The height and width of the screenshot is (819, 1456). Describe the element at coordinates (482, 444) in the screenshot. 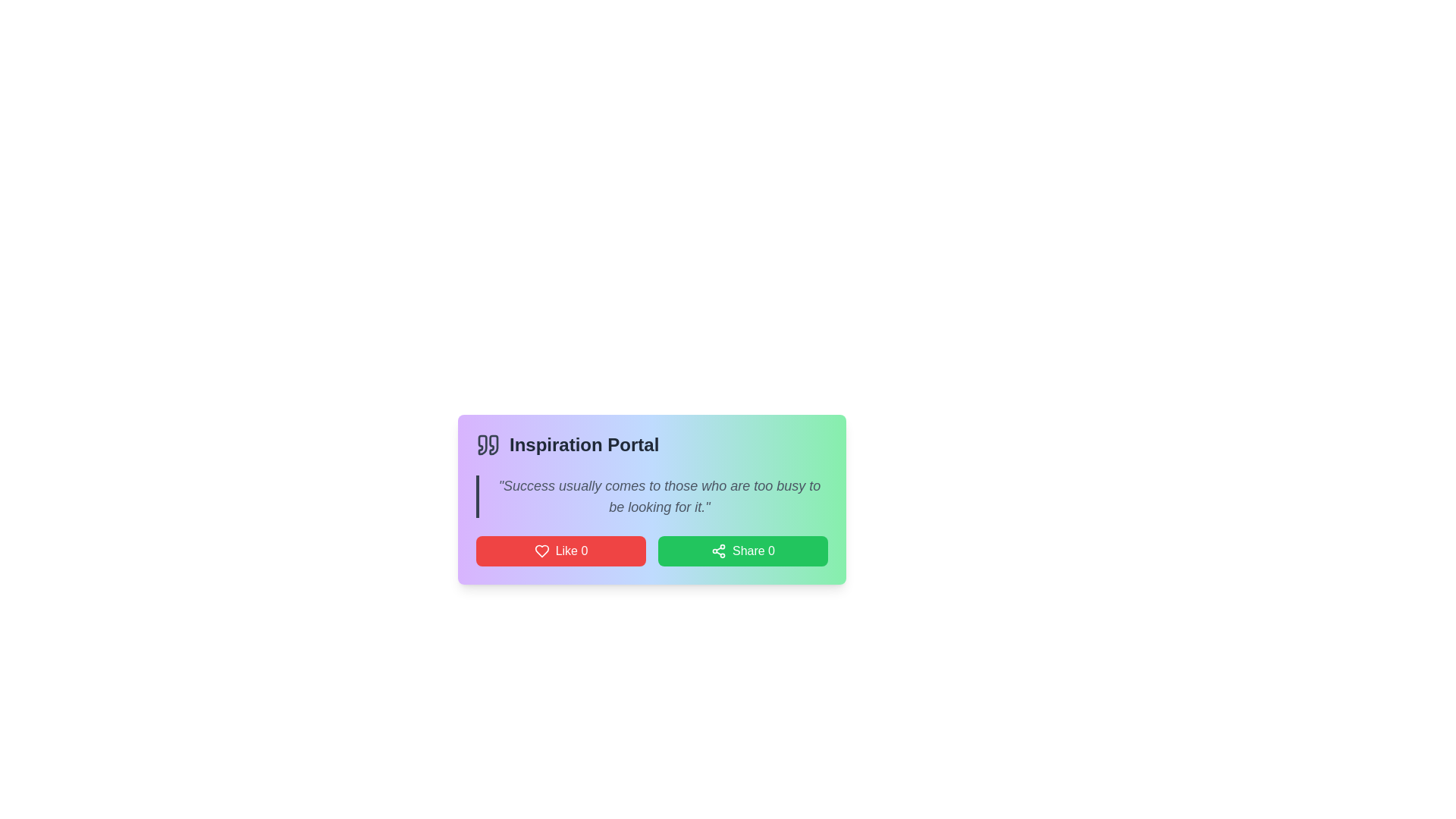

I see `the stylized left-facing quotation mark icon located at the top-left corner of the 'Inspiration Portal' card interface` at that location.